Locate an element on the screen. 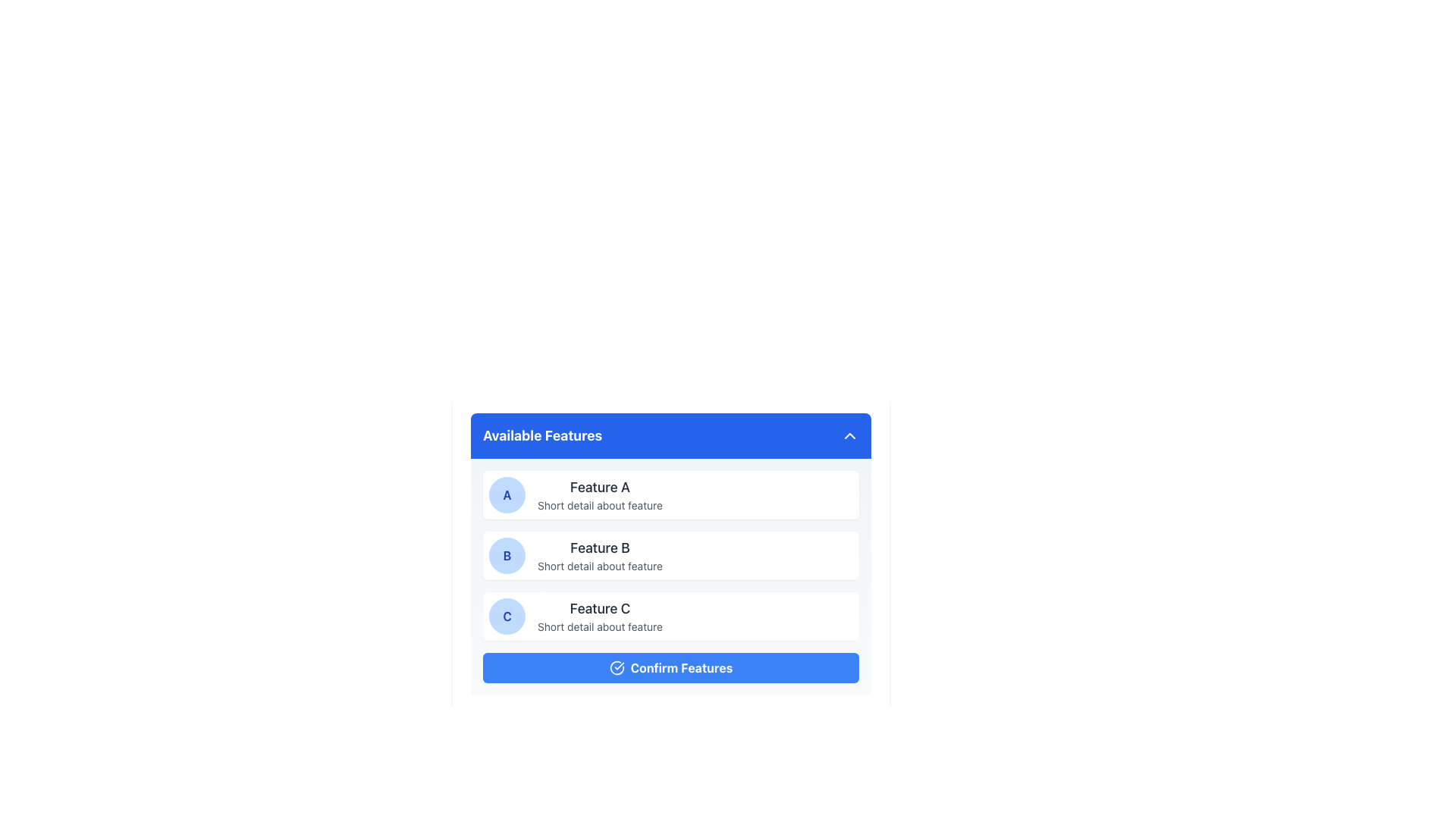 The height and width of the screenshot is (819, 1456). the circular icon with a blue background and the character 'A' in bold blue text, which is positioned to the far left of the list item labeled 'Feature A' is located at coordinates (507, 494).